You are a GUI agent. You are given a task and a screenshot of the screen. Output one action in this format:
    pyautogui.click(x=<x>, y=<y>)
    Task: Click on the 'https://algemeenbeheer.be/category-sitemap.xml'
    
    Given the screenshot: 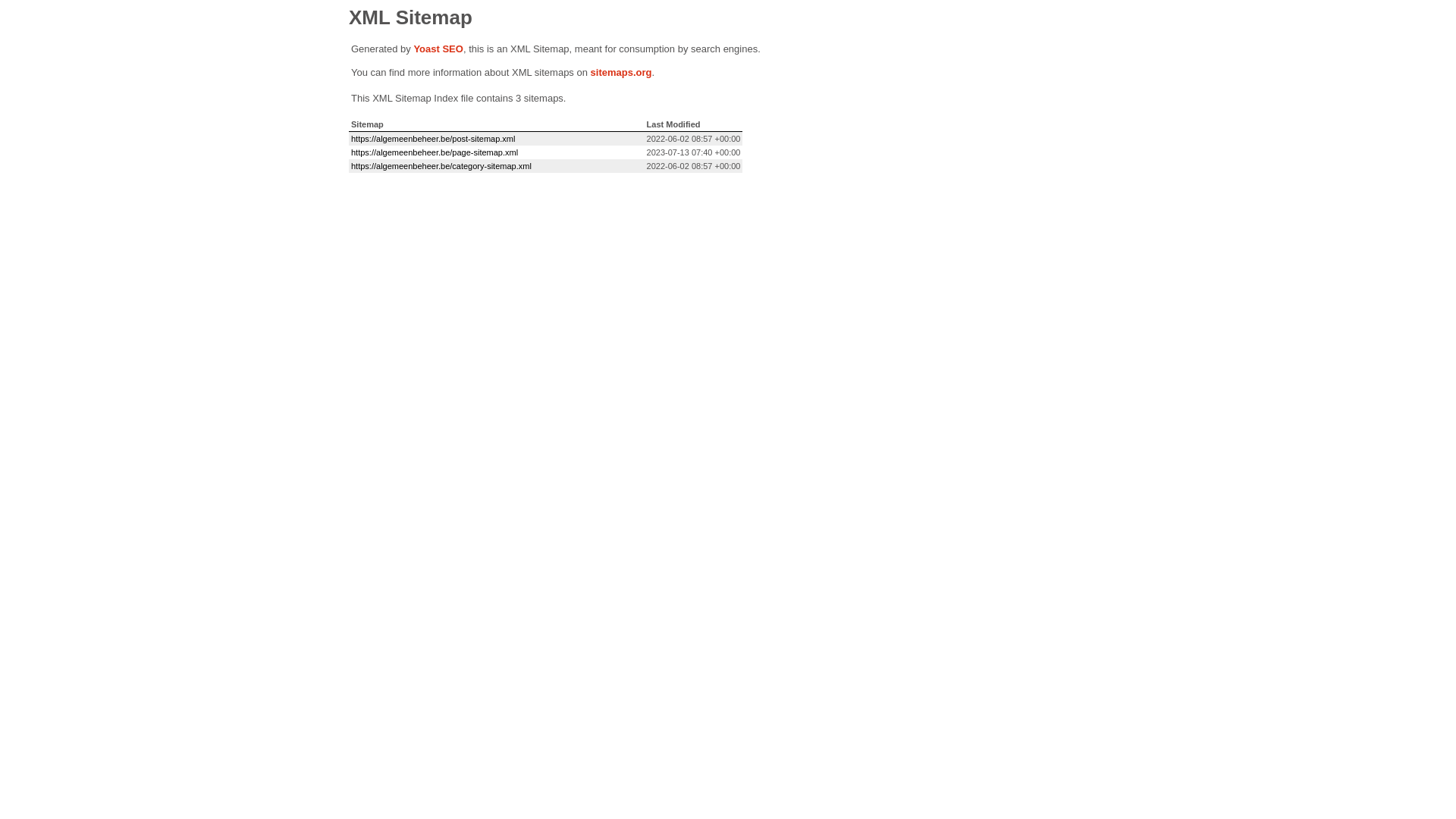 What is the action you would take?
    pyautogui.click(x=440, y=166)
    